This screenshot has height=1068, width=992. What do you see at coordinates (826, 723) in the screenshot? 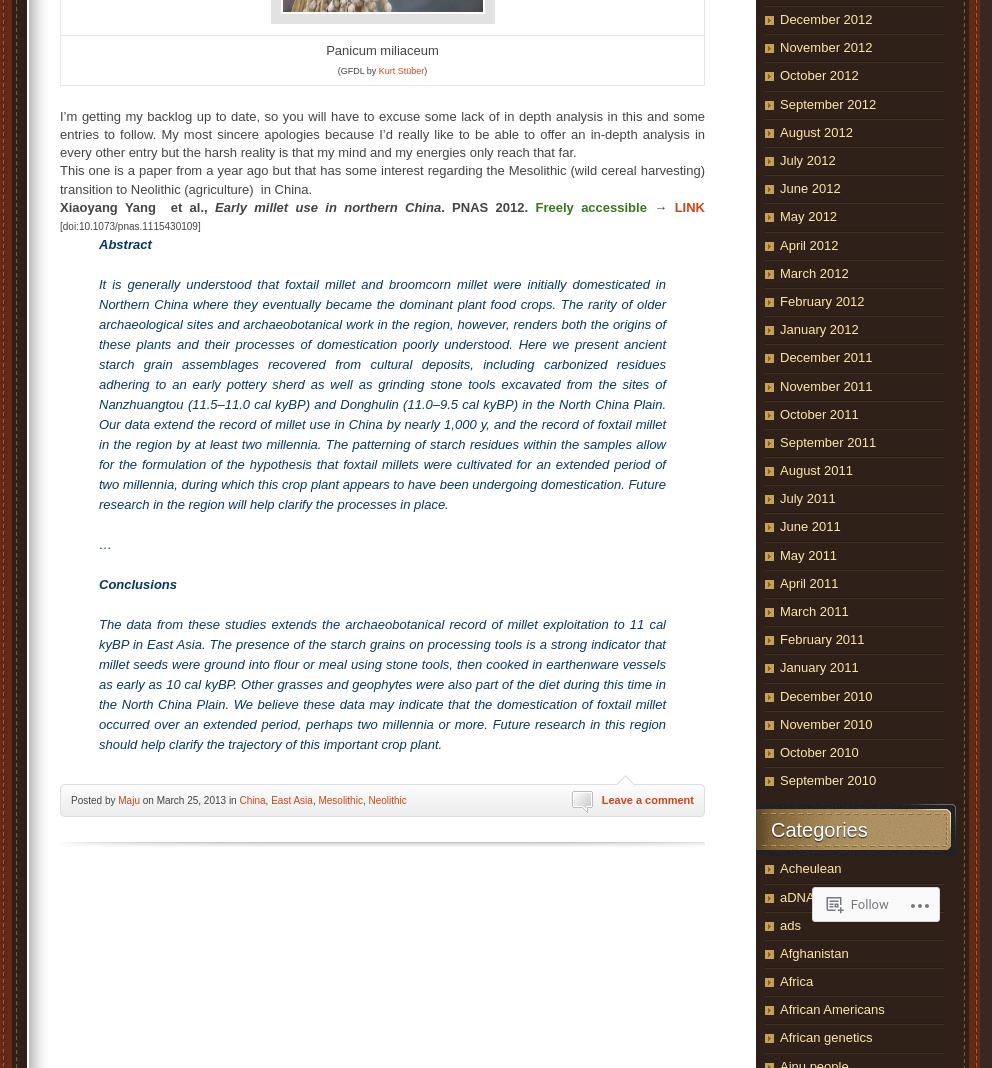
I see `'November 2010'` at bounding box center [826, 723].